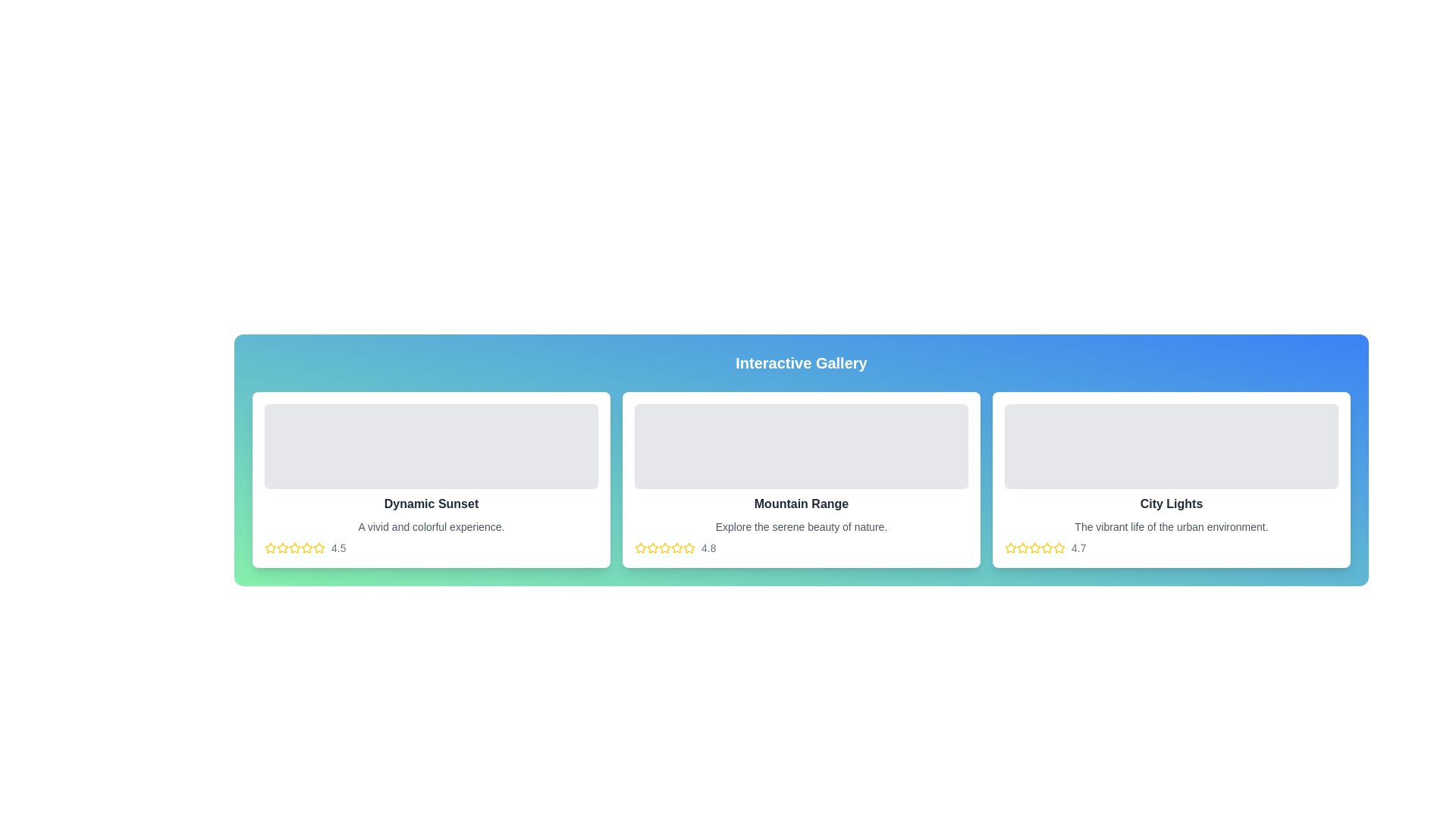 Image resolution: width=1456 pixels, height=819 pixels. Describe the element at coordinates (270, 548) in the screenshot. I see `the first yellow star rating icon located in the 'Dynamic Sunset' section to rate it` at that location.